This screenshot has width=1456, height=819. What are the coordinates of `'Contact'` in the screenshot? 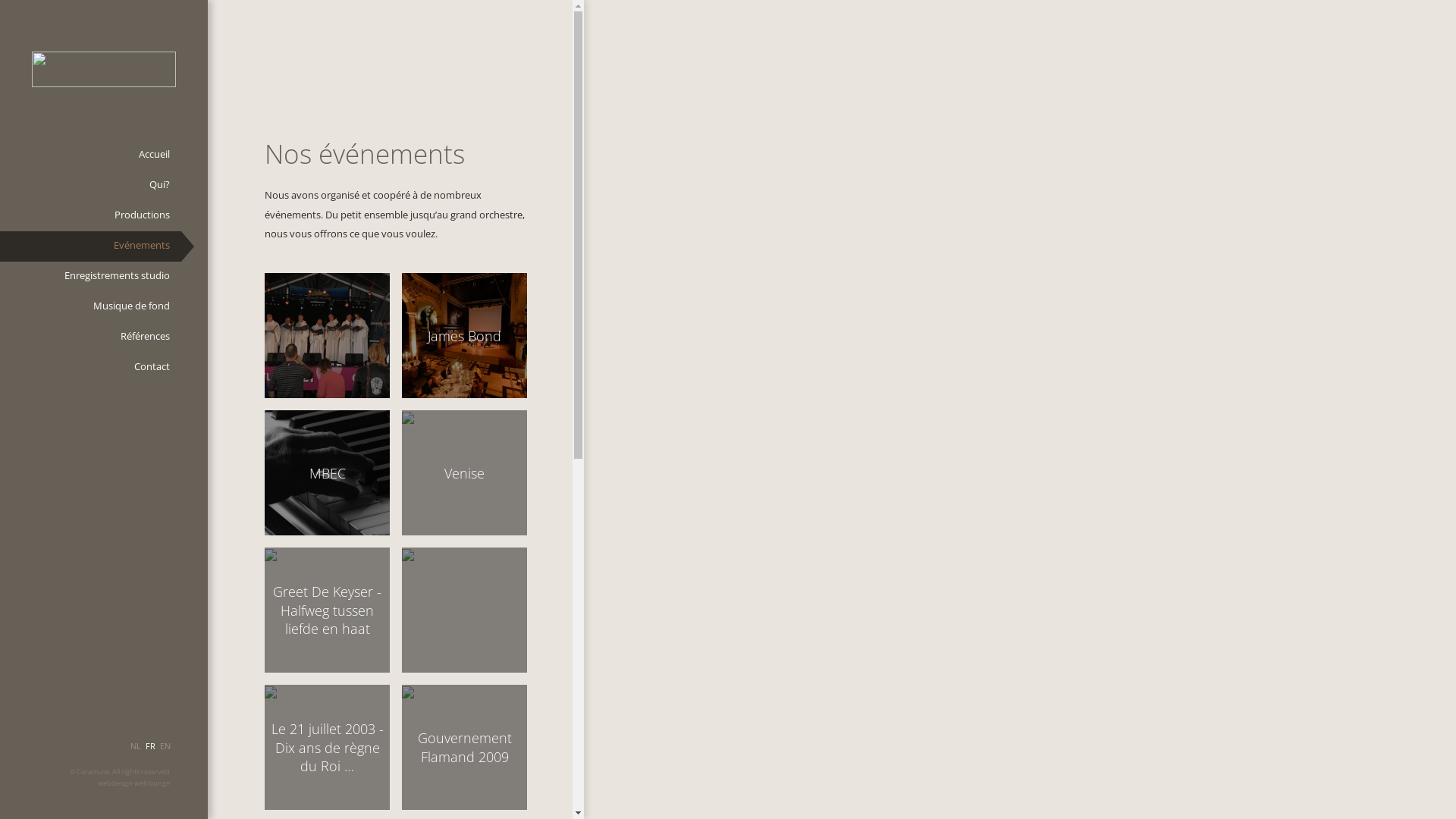 It's located at (89, 368).